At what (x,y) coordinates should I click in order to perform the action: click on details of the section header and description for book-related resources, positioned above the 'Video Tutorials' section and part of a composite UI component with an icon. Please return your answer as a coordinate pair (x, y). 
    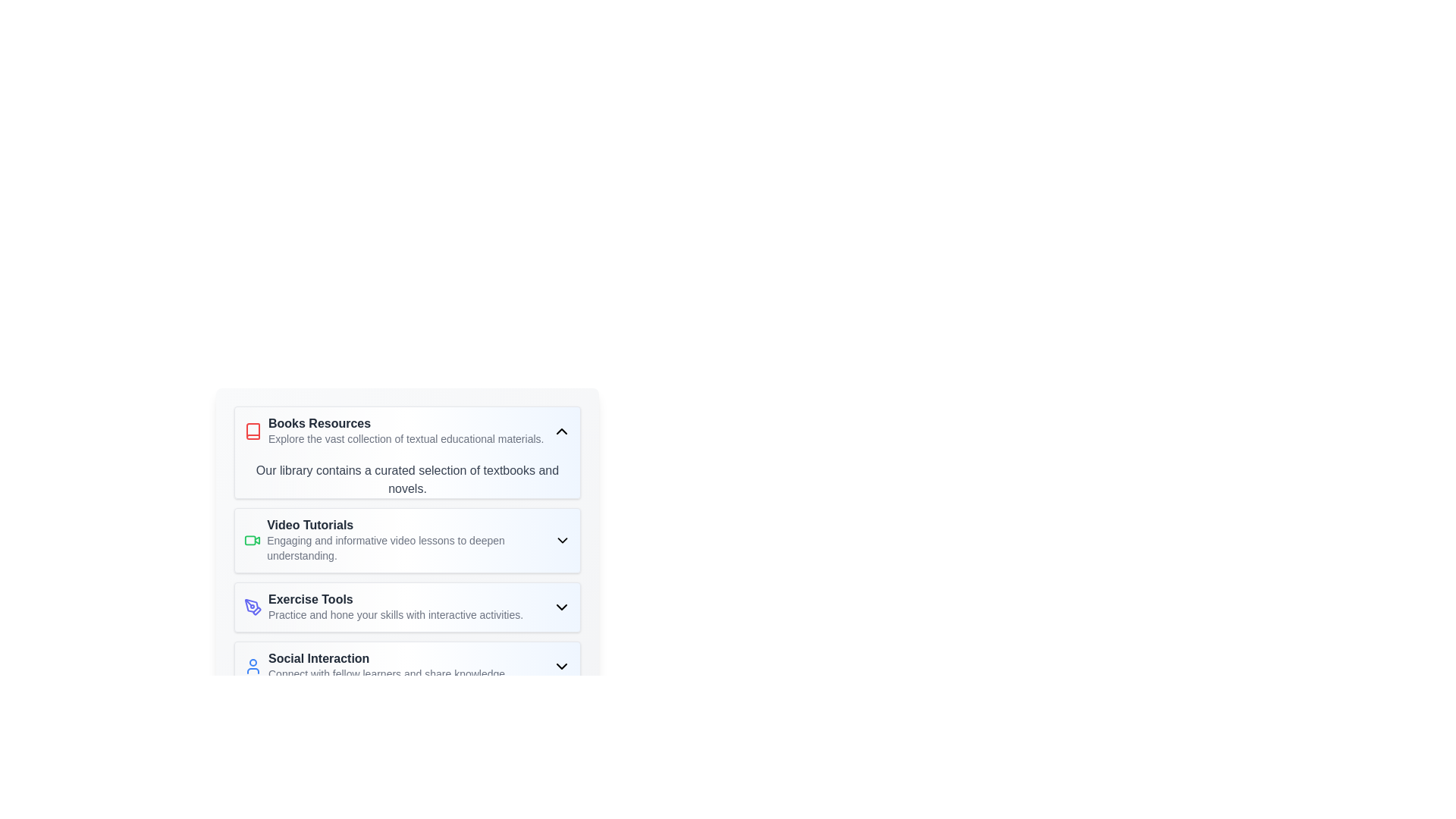
    Looking at the image, I should click on (406, 431).